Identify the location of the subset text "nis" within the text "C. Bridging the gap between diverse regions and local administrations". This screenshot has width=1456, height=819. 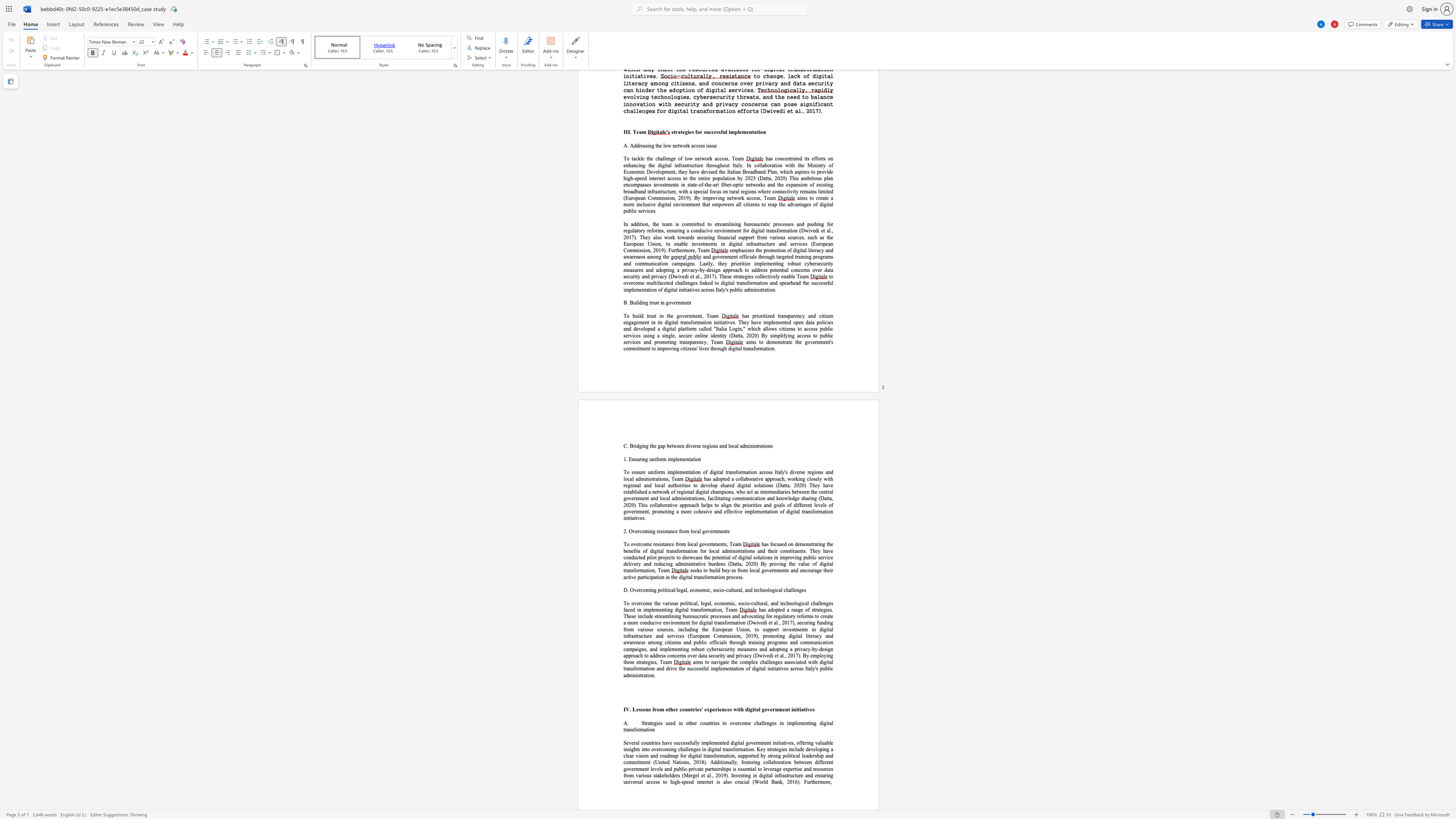
(750, 445).